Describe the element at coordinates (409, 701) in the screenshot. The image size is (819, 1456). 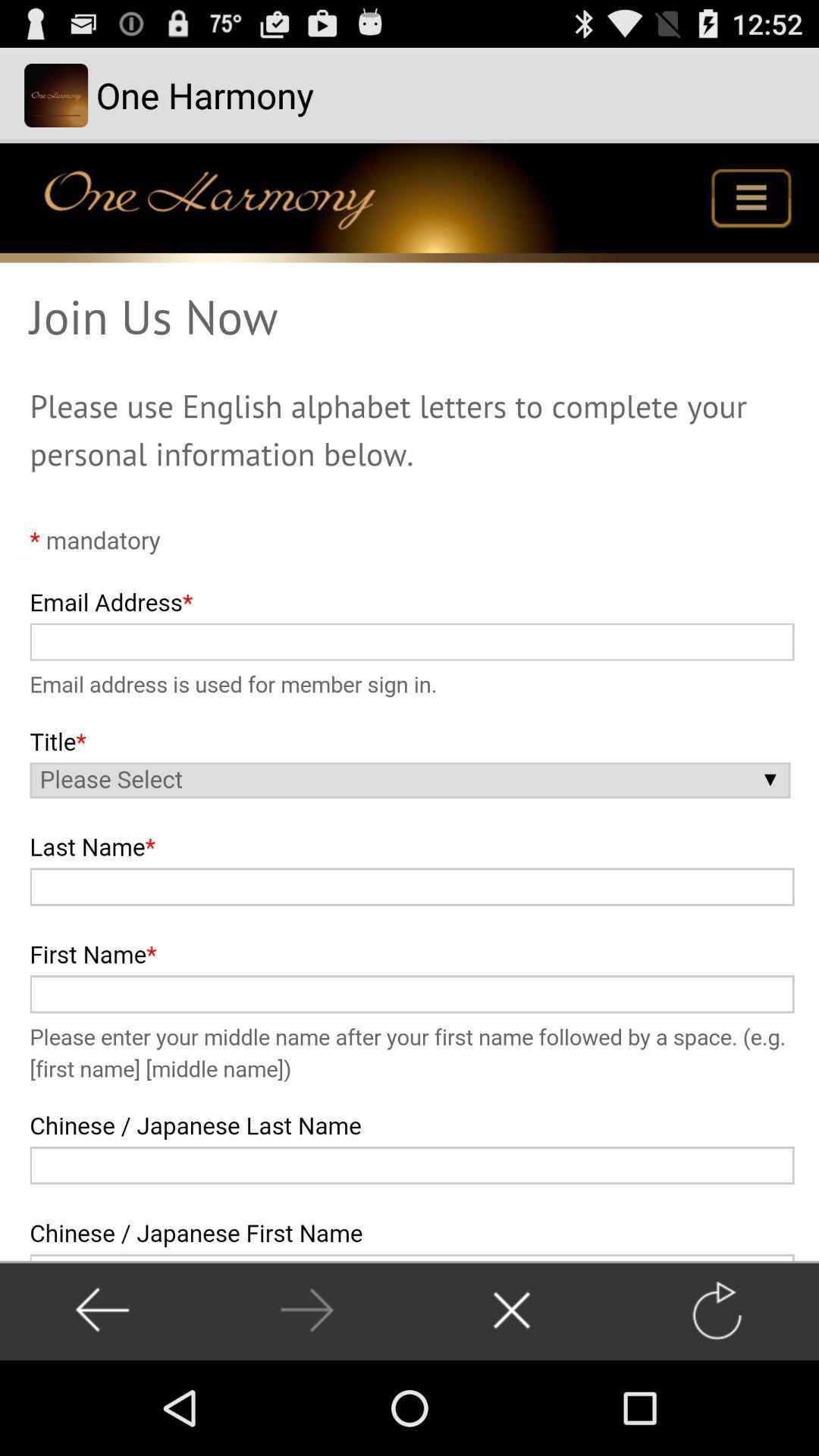
I see `subscribe page` at that location.